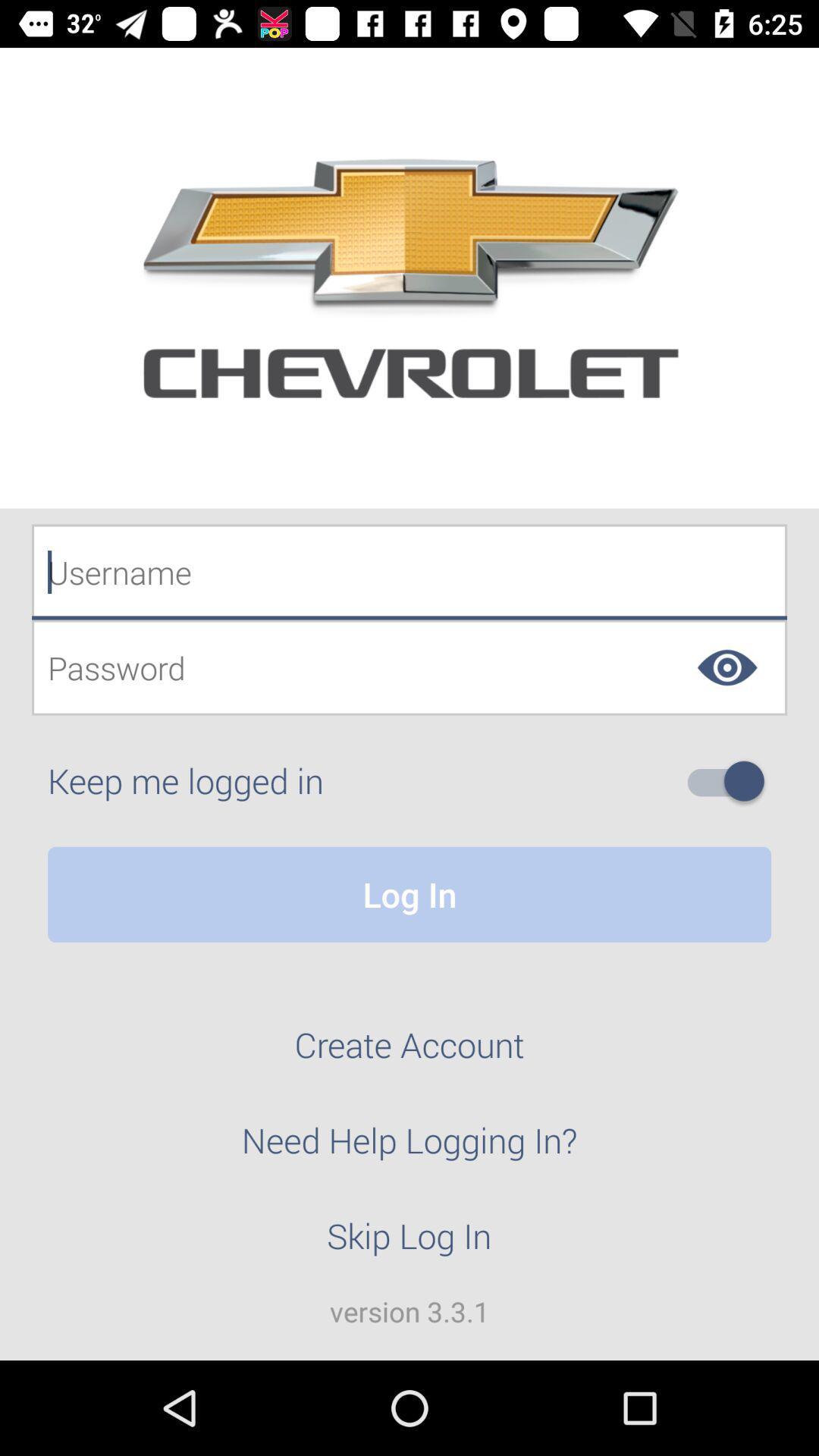 This screenshot has height=1456, width=819. Describe the element at coordinates (409, 1053) in the screenshot. I see `icon above the need help logging` at that location.